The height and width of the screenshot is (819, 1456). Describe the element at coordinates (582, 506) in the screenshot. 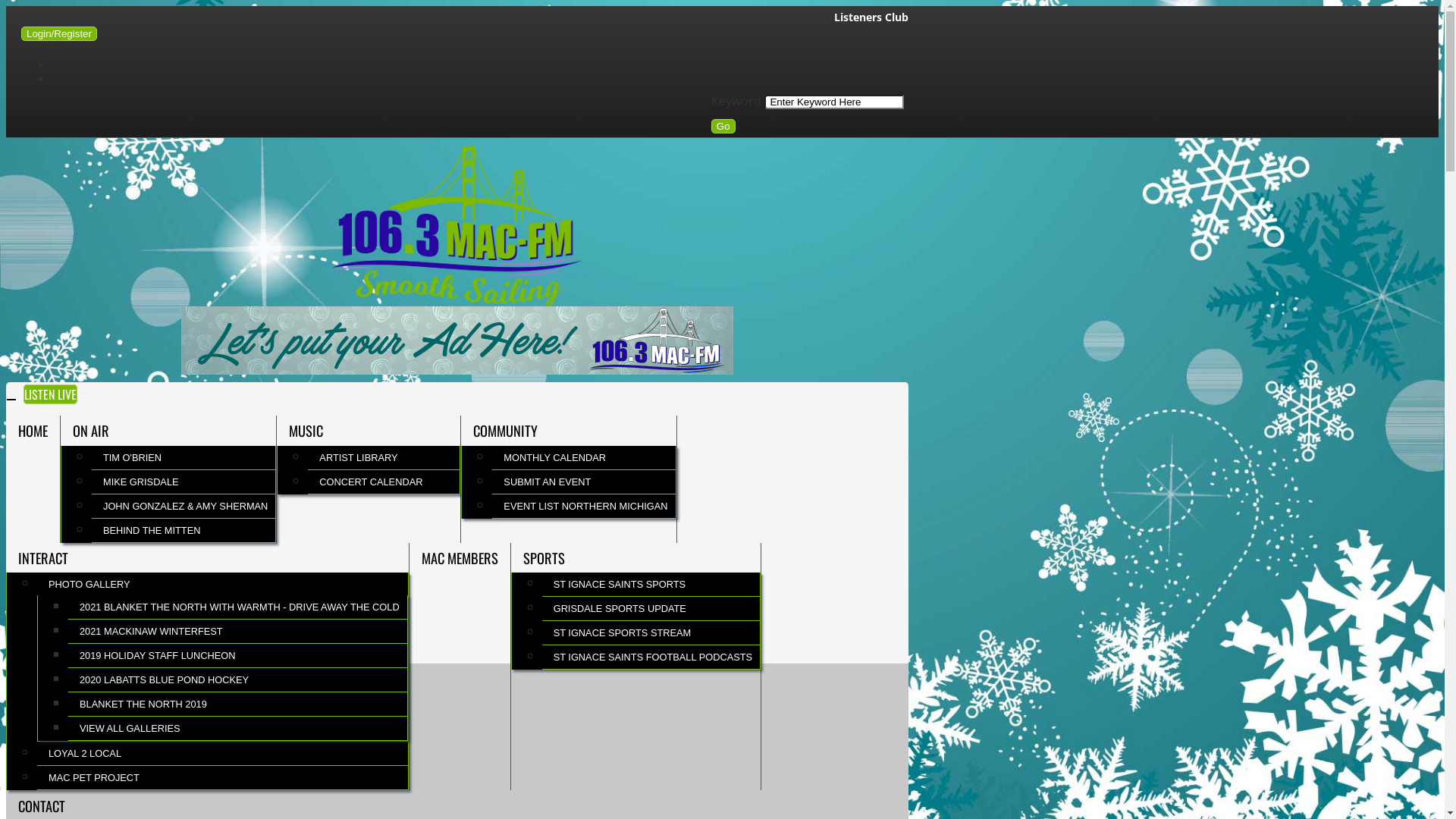

I see `'EVENT LIST NORTHERN MICHIGAN'` at that location.